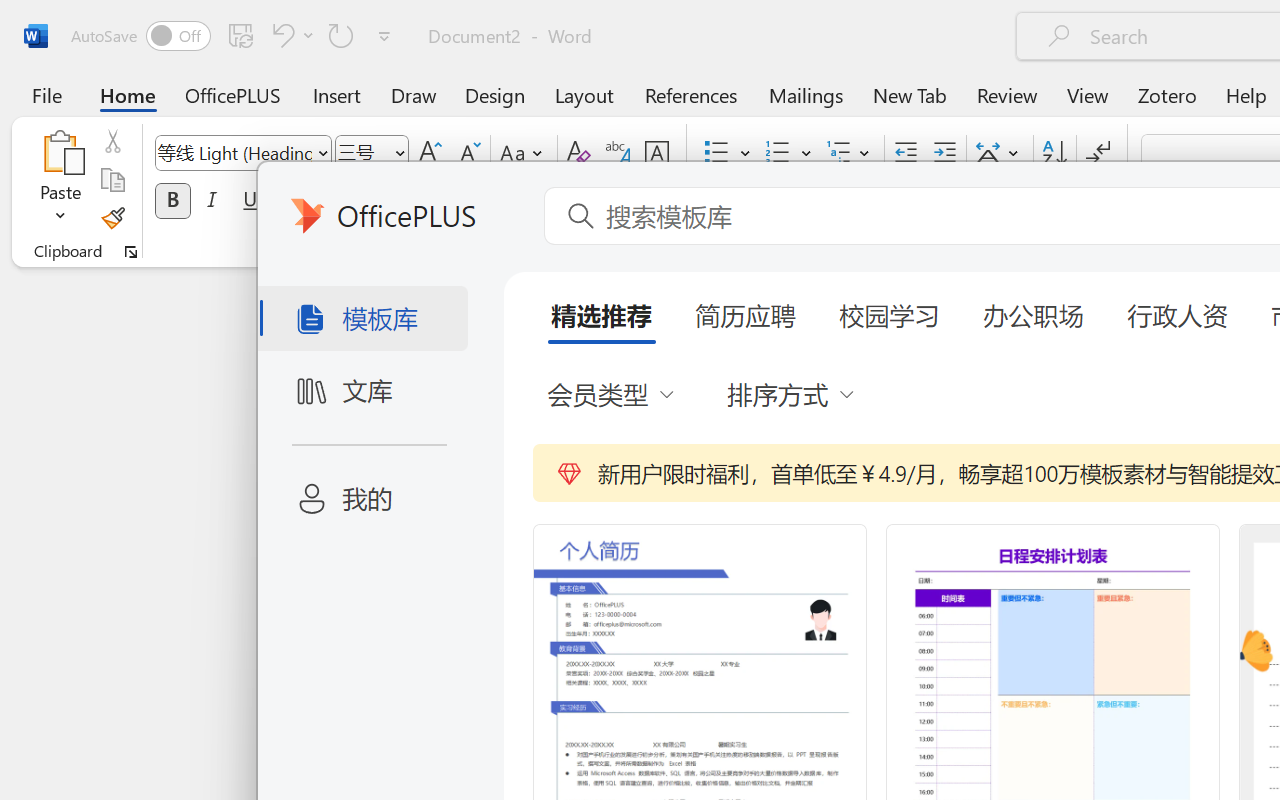 The width and height of the screenshot is (1280, 800). What do you see at coordinates (691, 94) in the screenshot?
I see `'References'` at bounding box center [691, 94].